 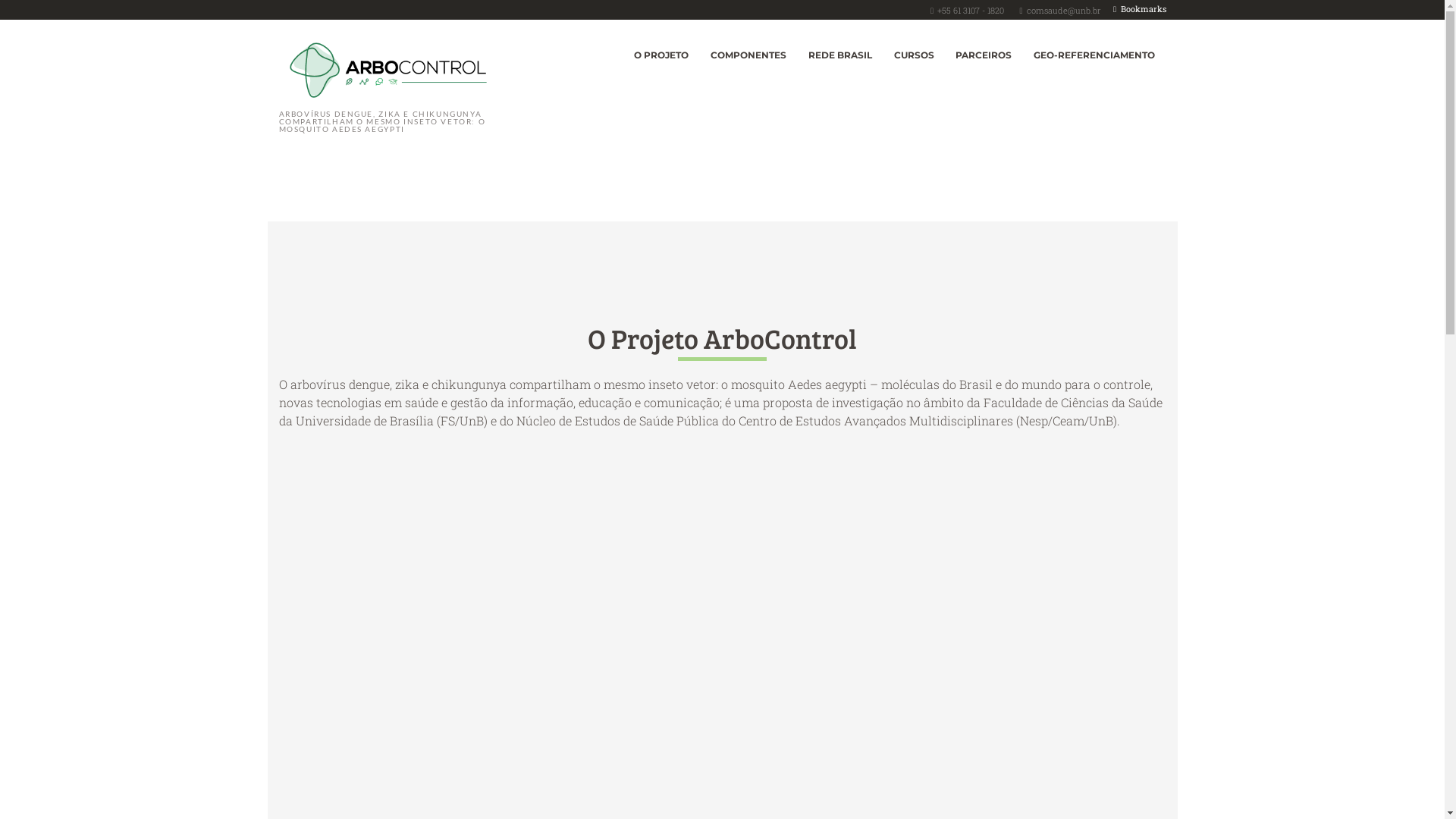 I want to click on 'COMPONENTES', so click(x=748, y=55).